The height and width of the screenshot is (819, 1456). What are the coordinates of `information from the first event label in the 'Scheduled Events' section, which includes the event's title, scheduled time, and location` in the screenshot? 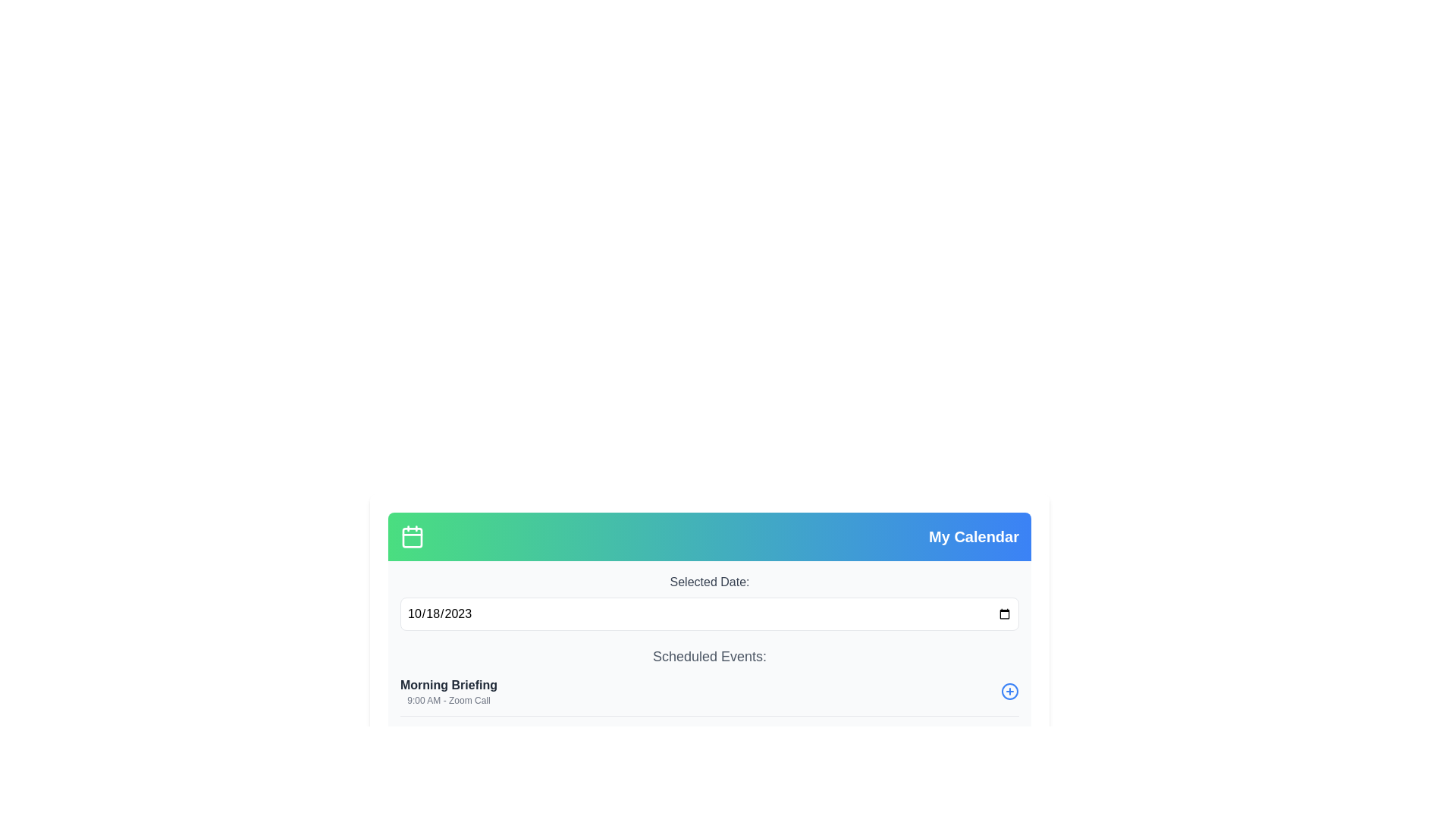 It's located at (447, 691).